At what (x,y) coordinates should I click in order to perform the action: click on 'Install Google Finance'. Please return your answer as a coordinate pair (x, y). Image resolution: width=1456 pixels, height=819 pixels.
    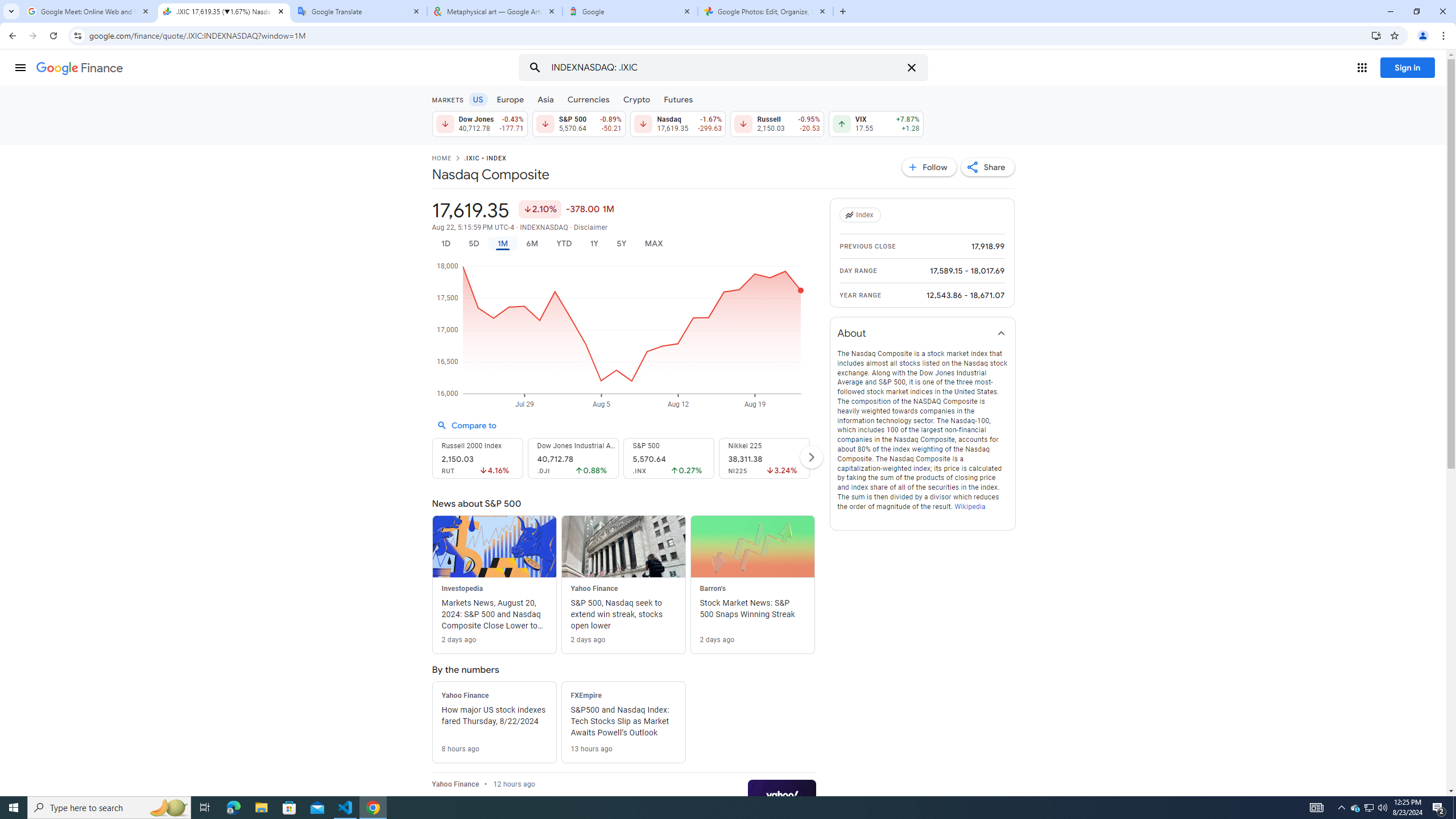
    Looking at the image, I should click on (1376, 35).